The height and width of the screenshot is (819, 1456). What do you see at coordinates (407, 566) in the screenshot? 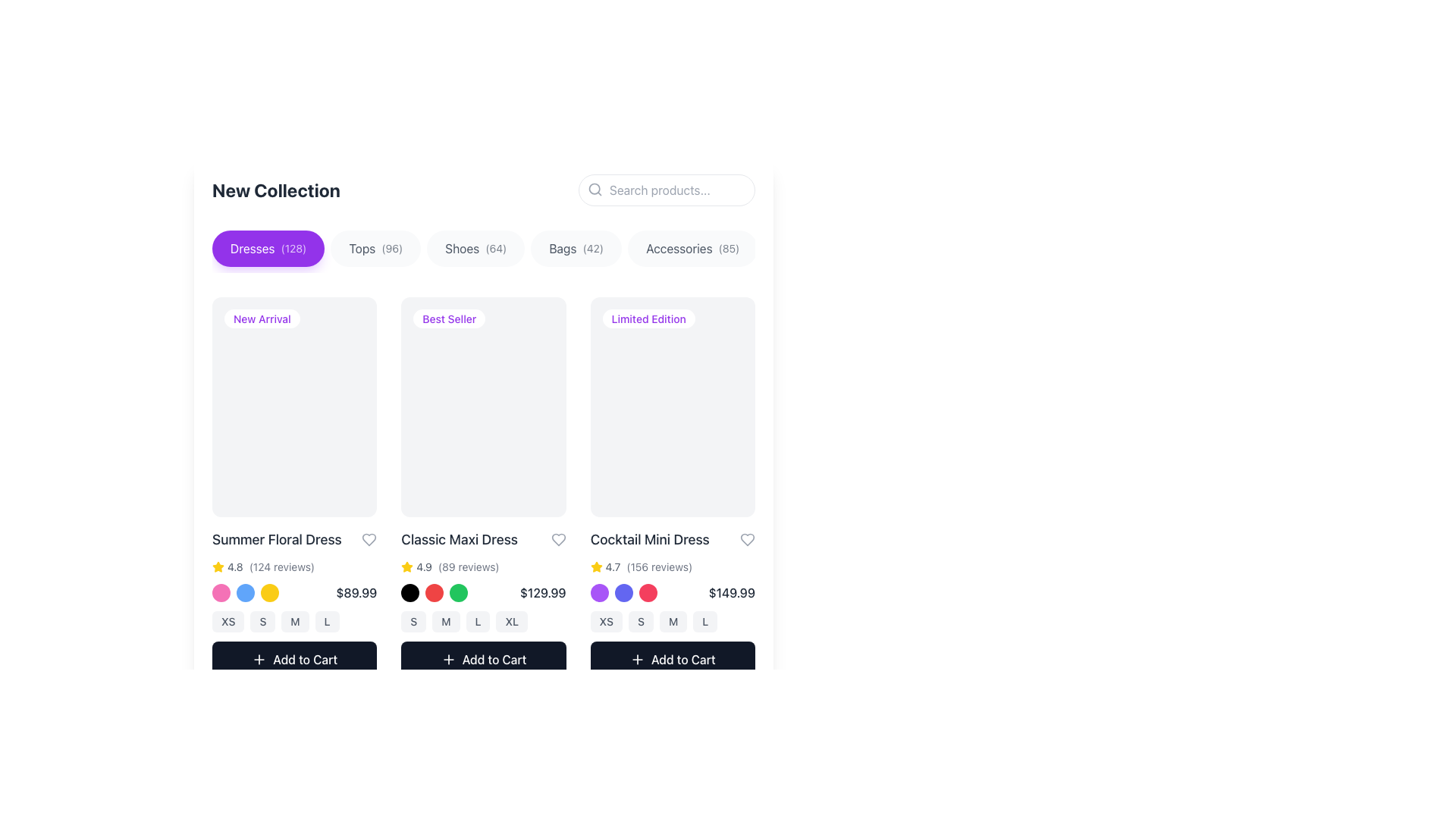
I see `the star icon that visually represents the product rating, located in the second product section from the left, just above the price information and to the left of the '4.9 (89 reviews)' text` at bounding box center [407, 566].